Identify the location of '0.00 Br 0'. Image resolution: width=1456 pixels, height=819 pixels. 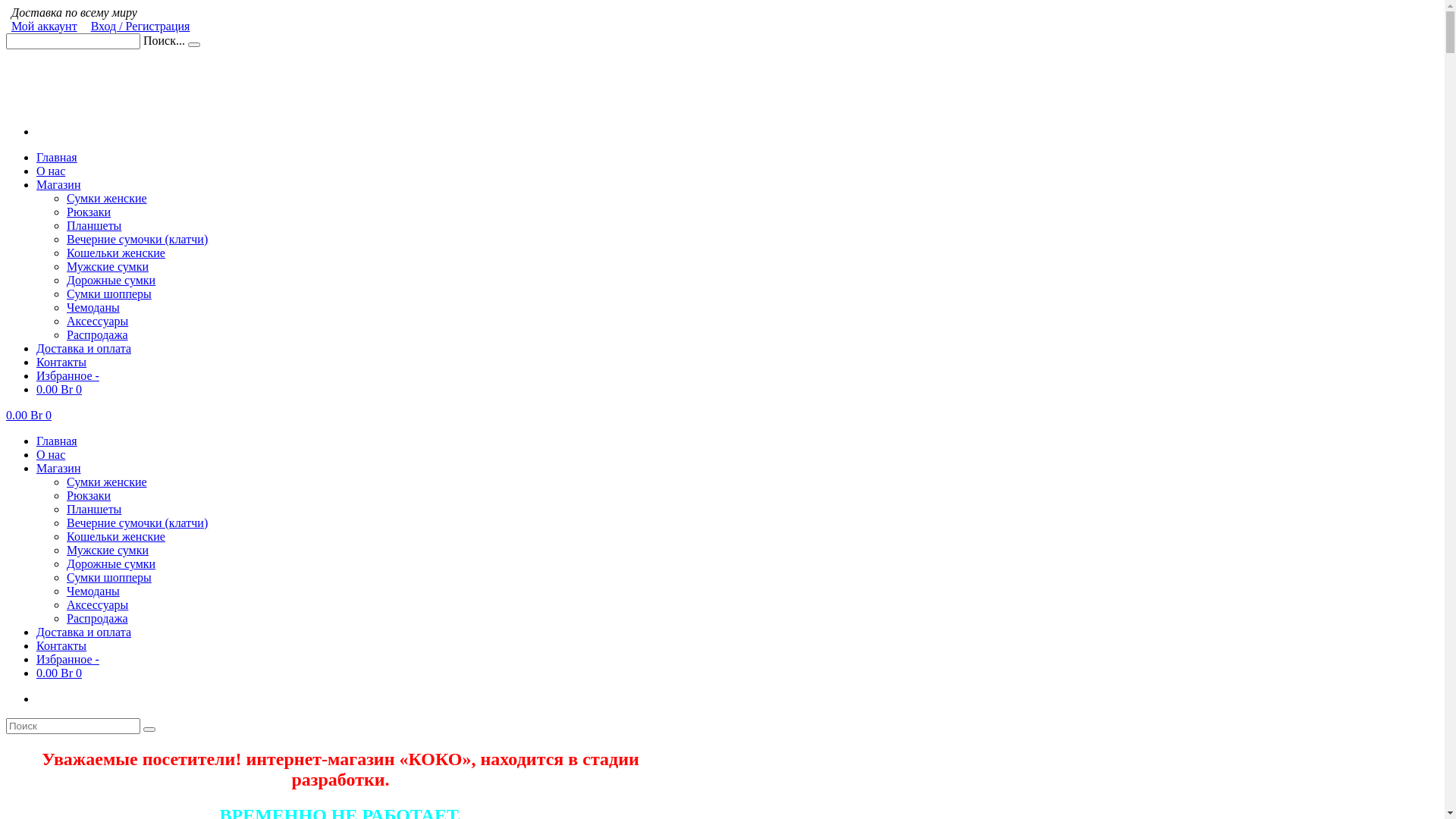
(58, 672).